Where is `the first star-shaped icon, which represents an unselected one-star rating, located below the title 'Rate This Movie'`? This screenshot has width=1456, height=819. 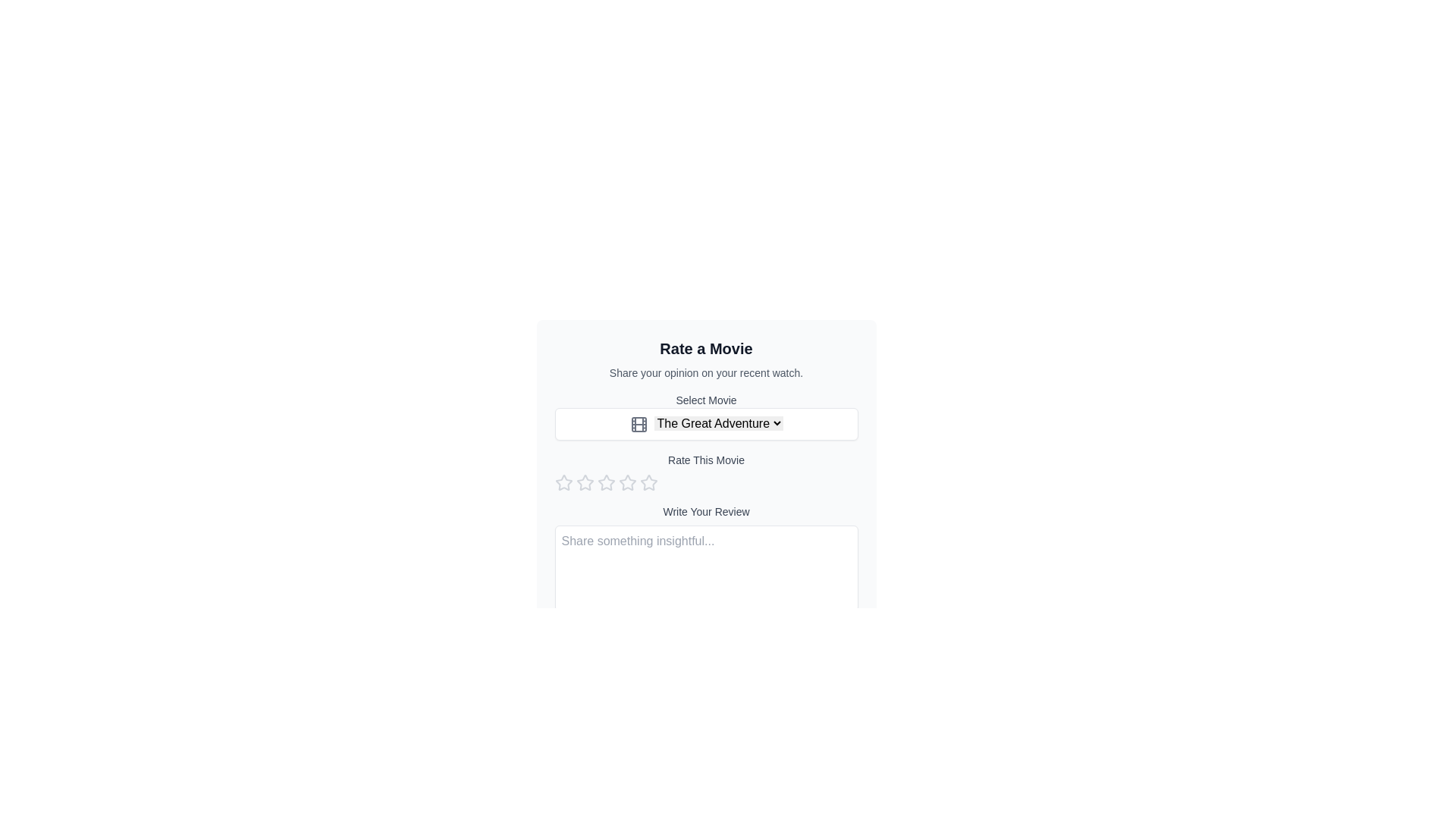
the first star-shaped icon, which represents an unselected one-star rating, located below the title 'Rate This Movie' is located at coordinates (563, 482).